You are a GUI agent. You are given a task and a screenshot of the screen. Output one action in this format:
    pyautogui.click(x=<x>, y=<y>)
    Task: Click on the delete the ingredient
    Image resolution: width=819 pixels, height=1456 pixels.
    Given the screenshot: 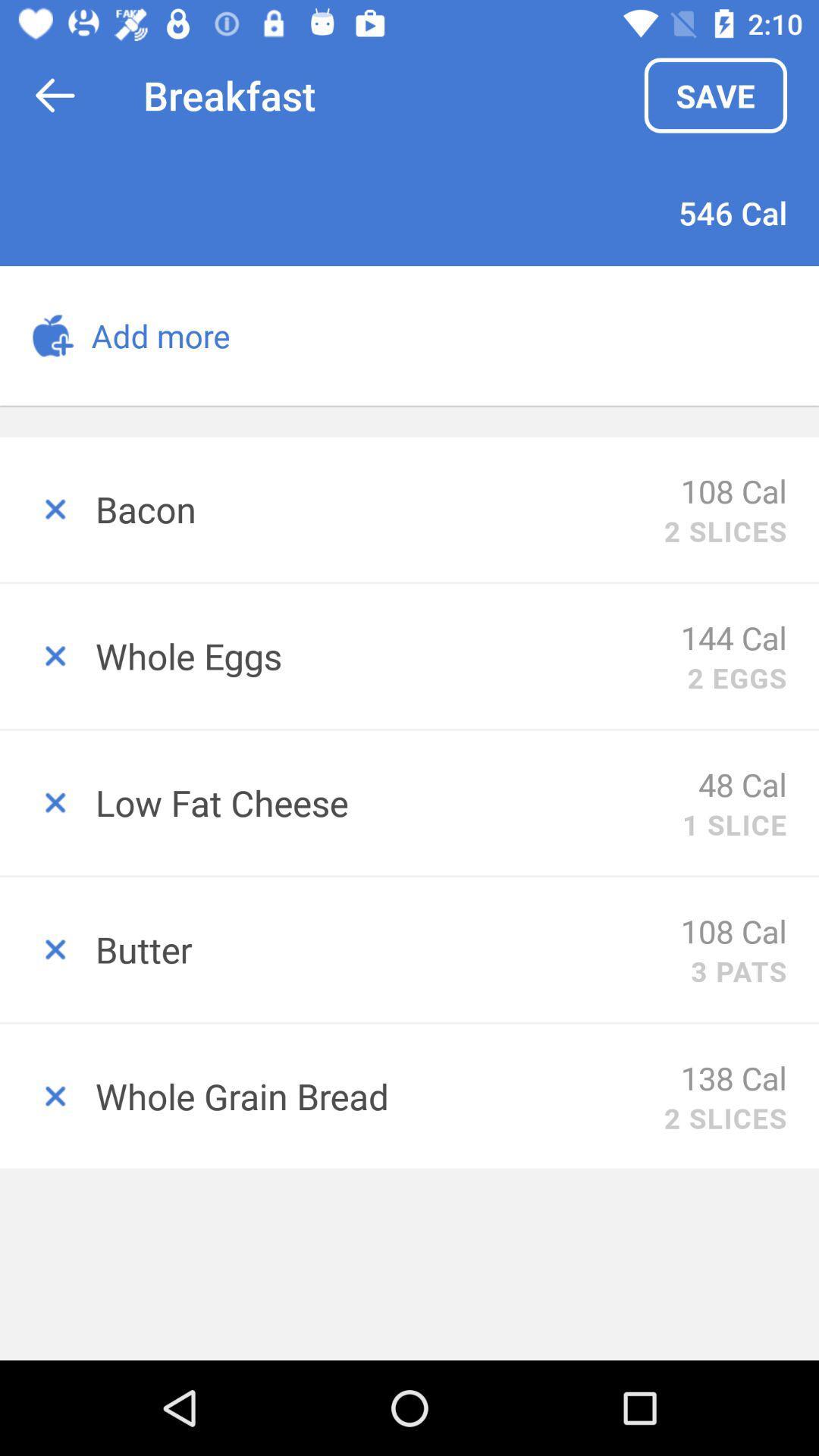 What is the action you would take?
    pyautogui.click(x=46, y=802)
    